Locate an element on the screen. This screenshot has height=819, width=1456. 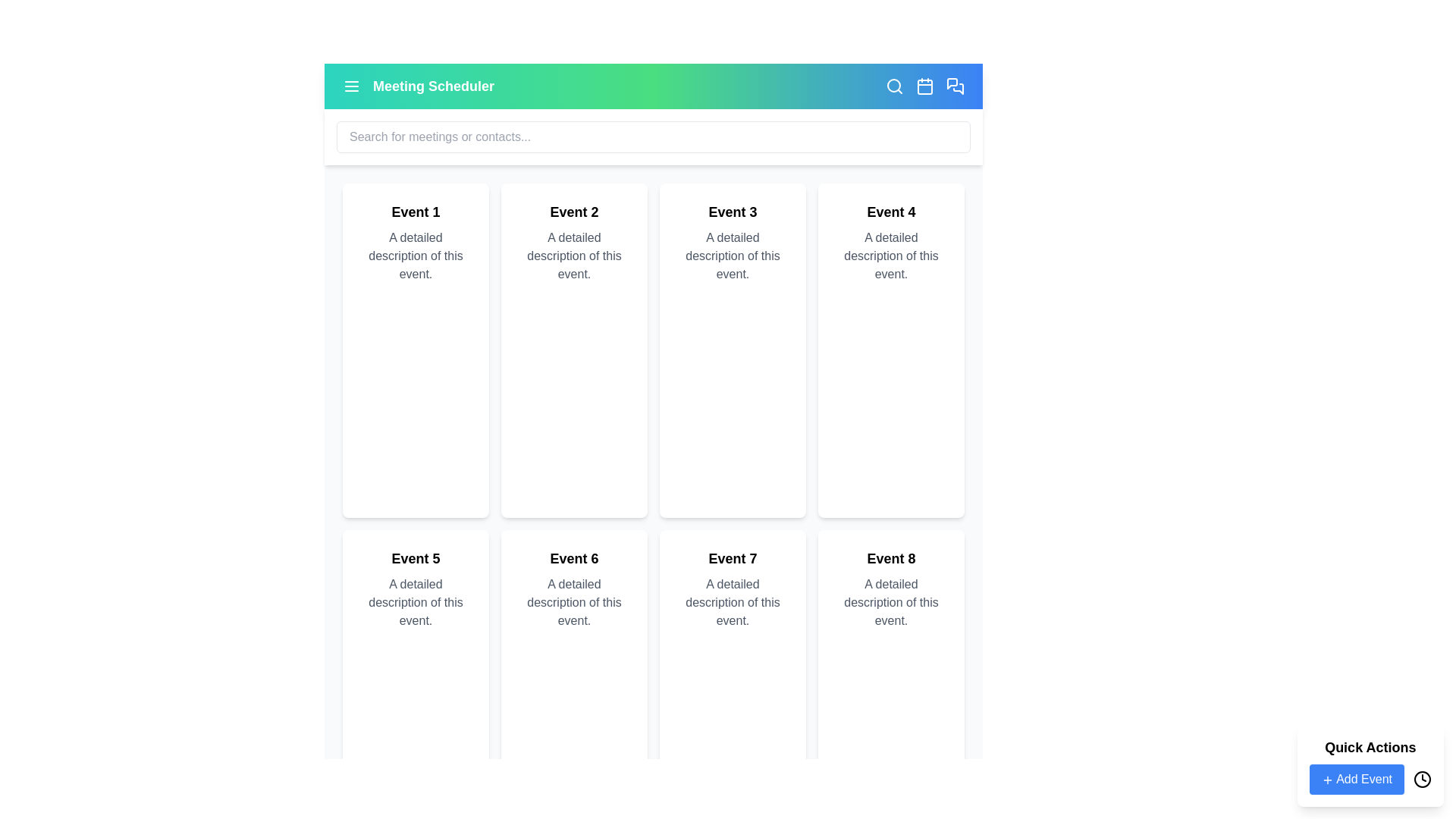
the static text content located in the third card of the grid, positioned below the bold title 'Event 3' is located at coordinates (733, 256).